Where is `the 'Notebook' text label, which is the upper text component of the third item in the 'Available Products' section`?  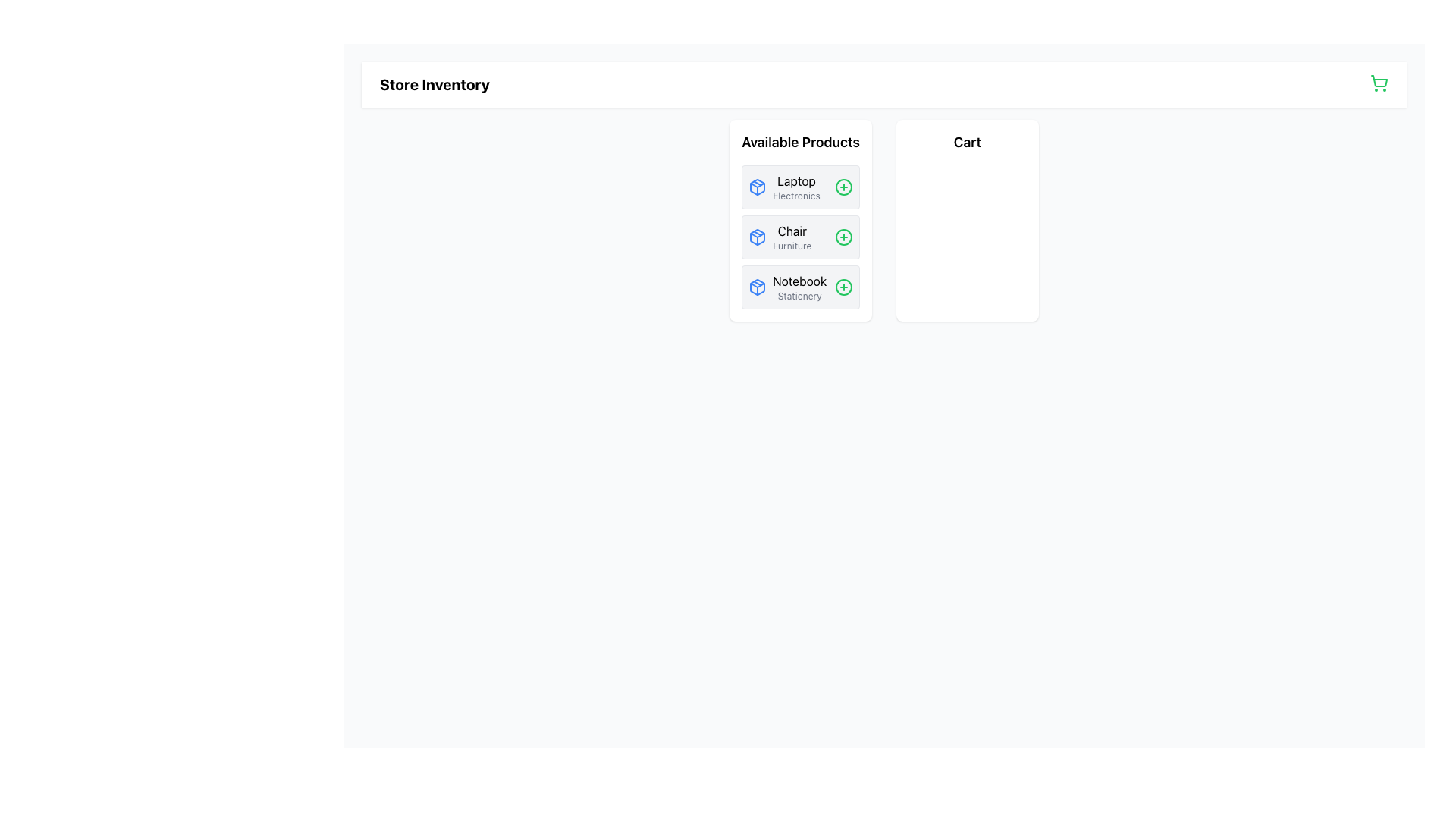 the 'Notebook' text label, which is the upper text component of the third item in the 'Available Products' section is located at coordinates (799, 281).